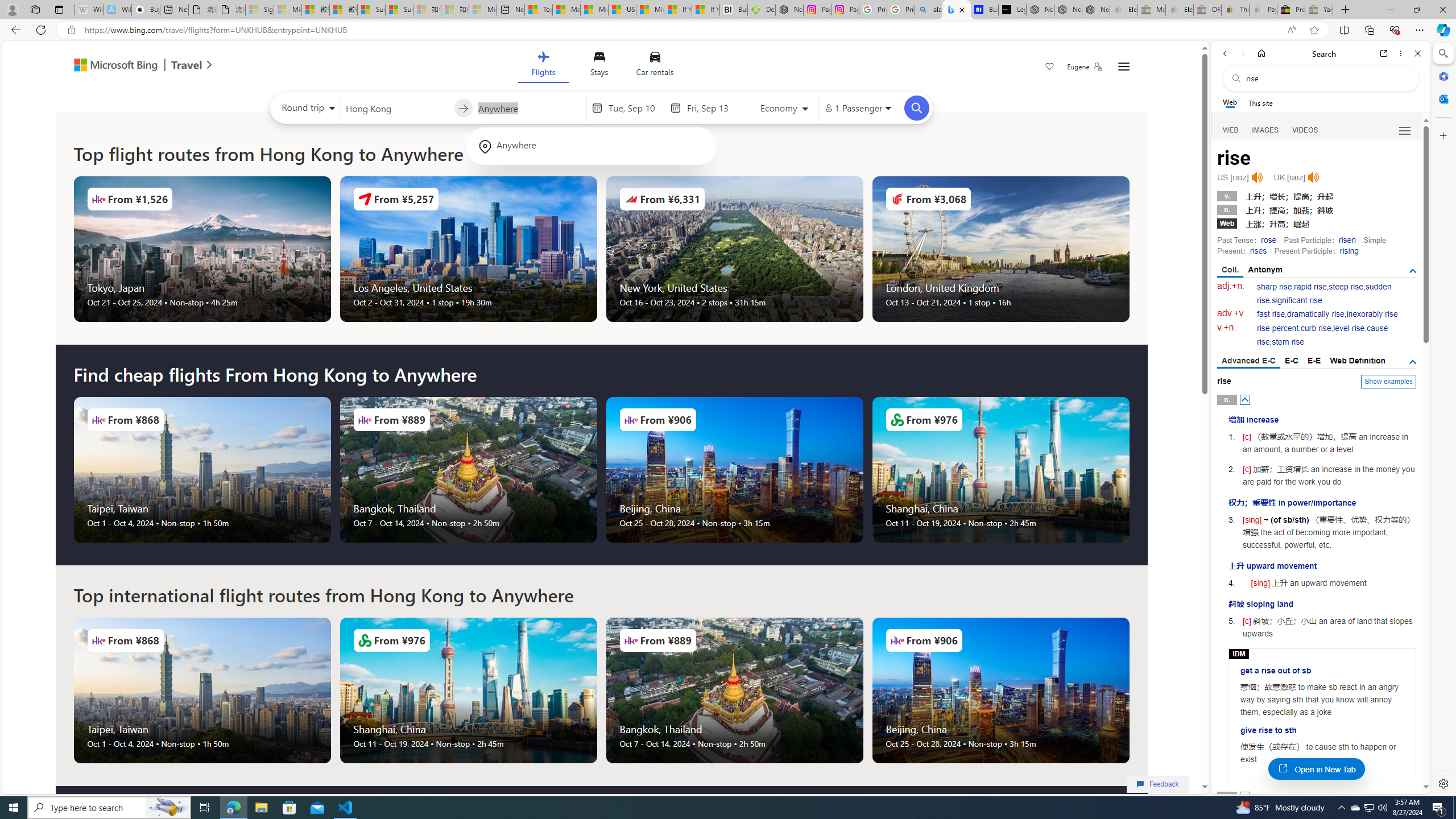 The image size is (1456, 819). I want to click on 'E-E', so click(1314, 360).